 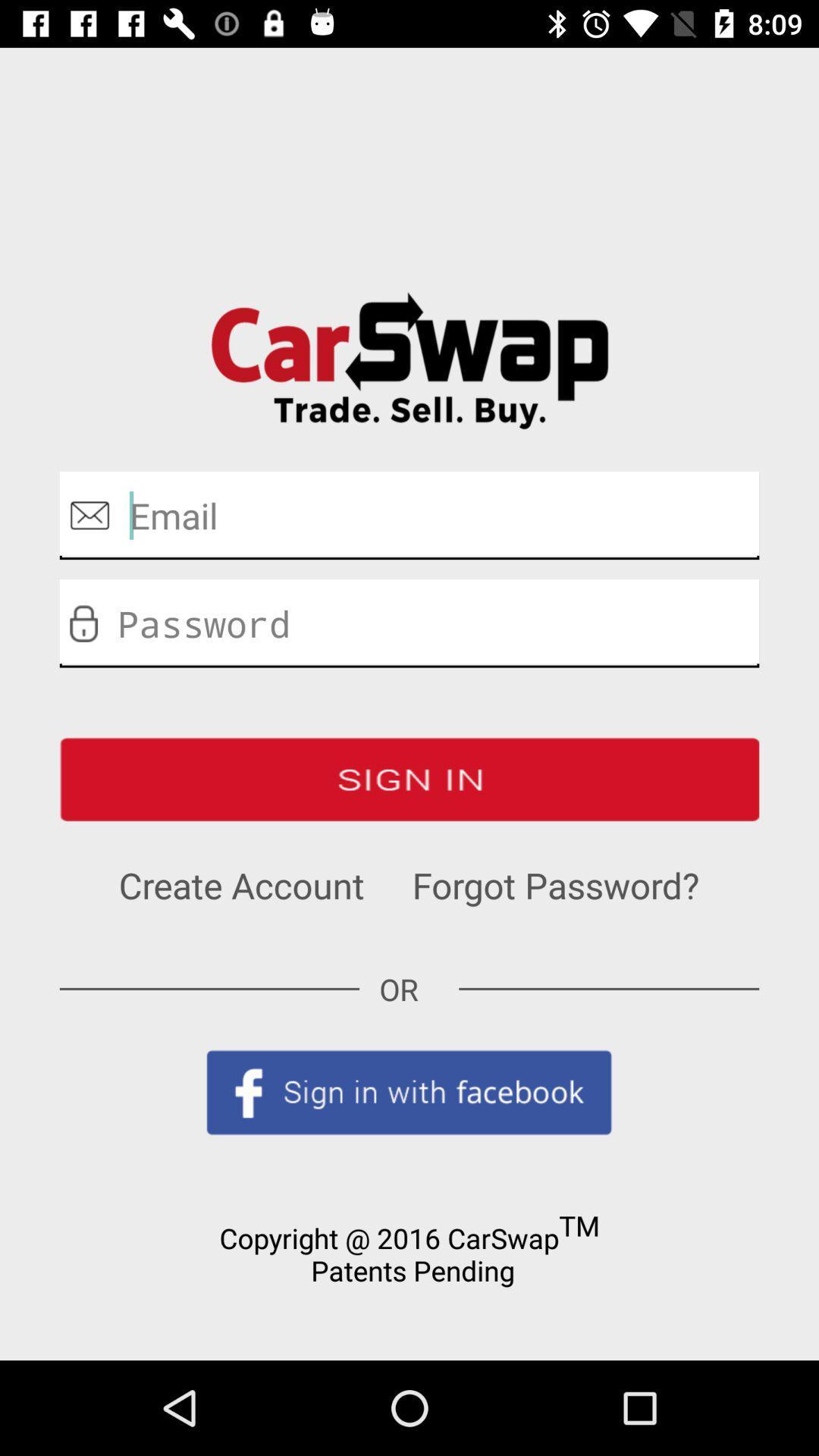 What do you see at coordinates (409, 515) in the screenshot?
I see `email` at bounding box center [409, 515].